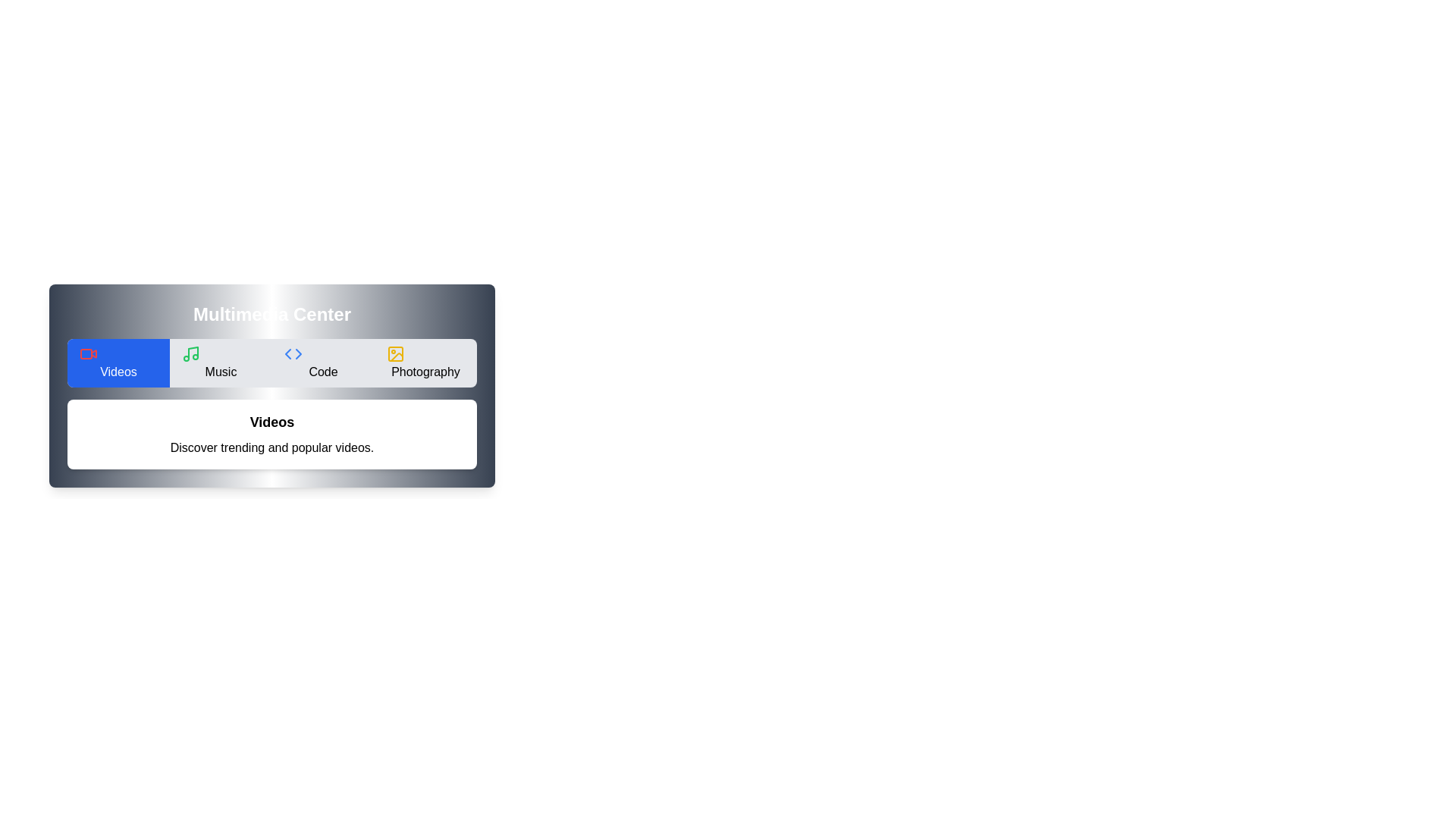  Describe the element at coordinates (118, 362) in the screenshot. I see `the Videos tab` at that location.